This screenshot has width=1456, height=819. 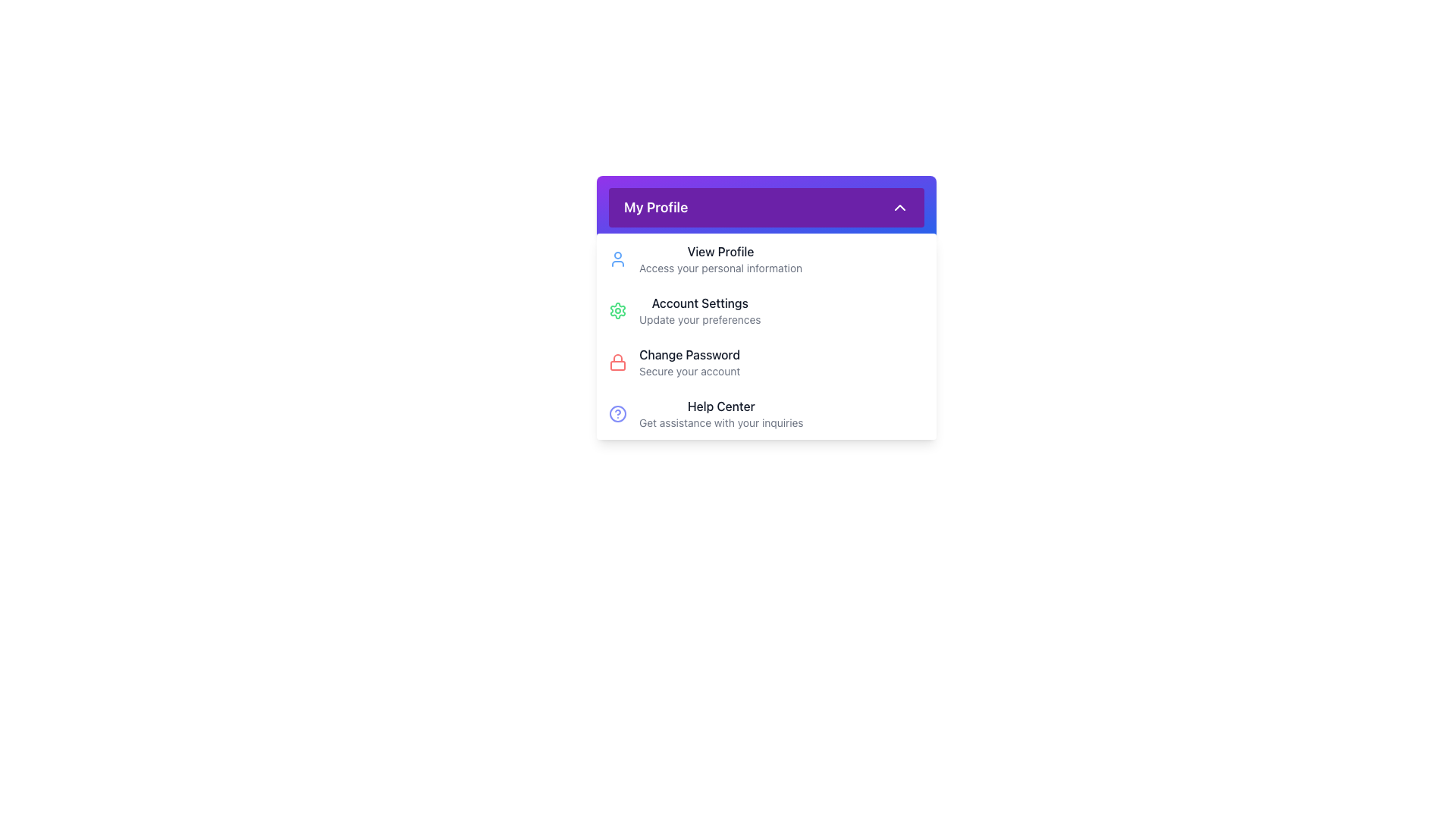 What do you see at coordinates (767, 414) in the screenshot?
I see `the 'Help Center' Navigation Item at the bottom of the dropdown menu under 'My Profile'` at bounding box center [767, 414].